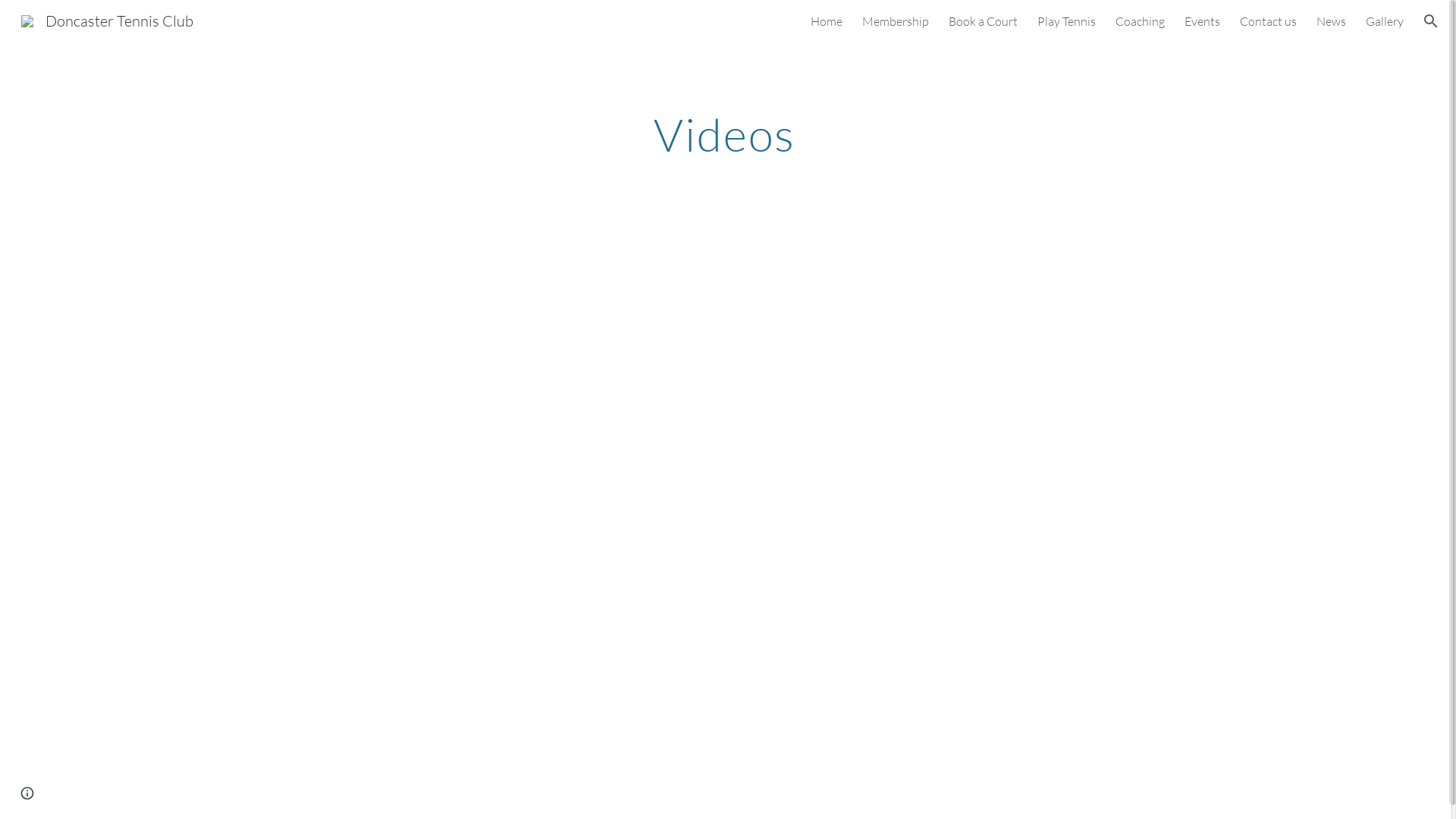 The height and width of the screenshot is (819, 1456). I want to click on 'News', so click(1330, 20).